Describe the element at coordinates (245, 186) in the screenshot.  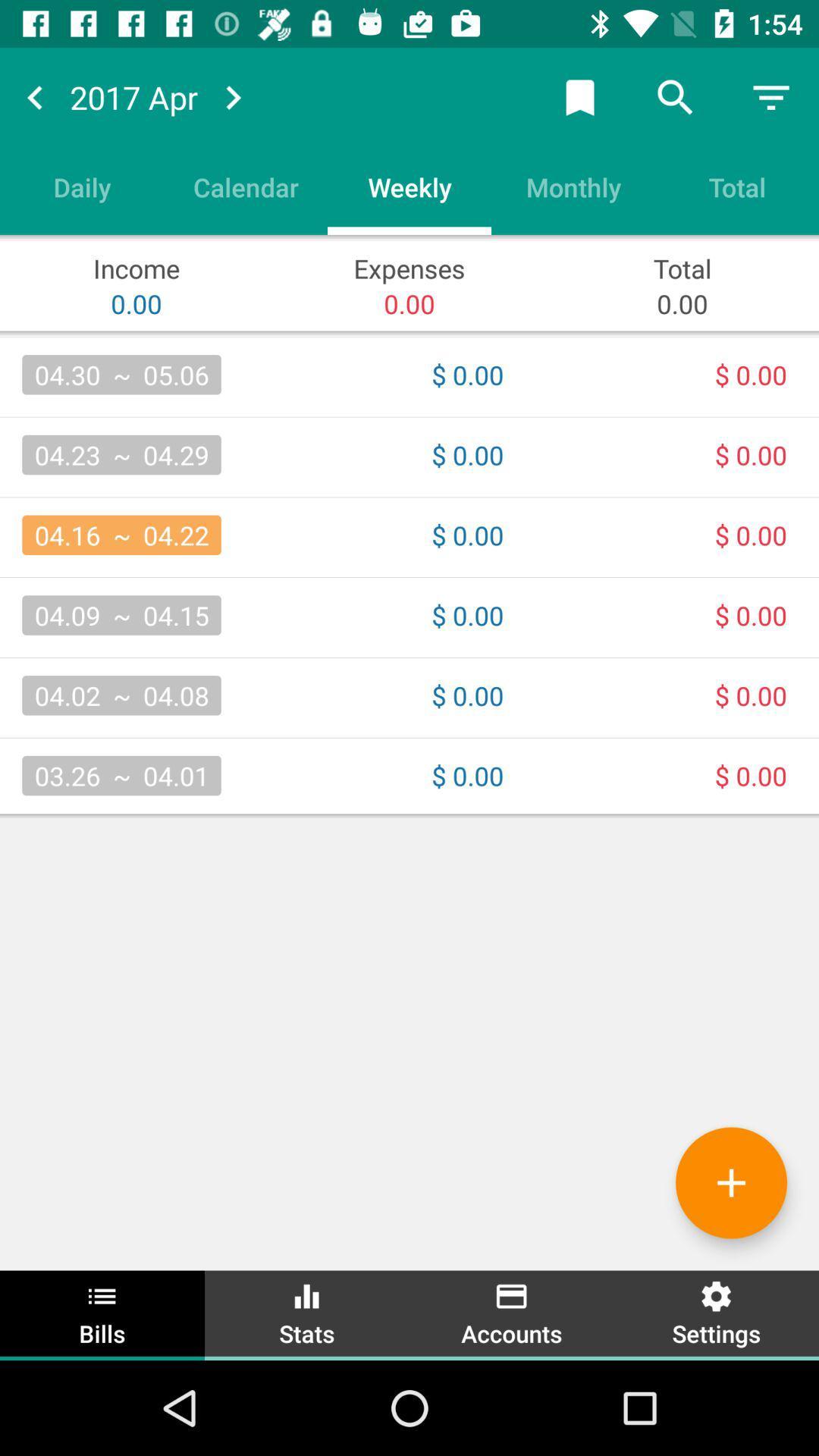
I see `the calendar icon` at that location.